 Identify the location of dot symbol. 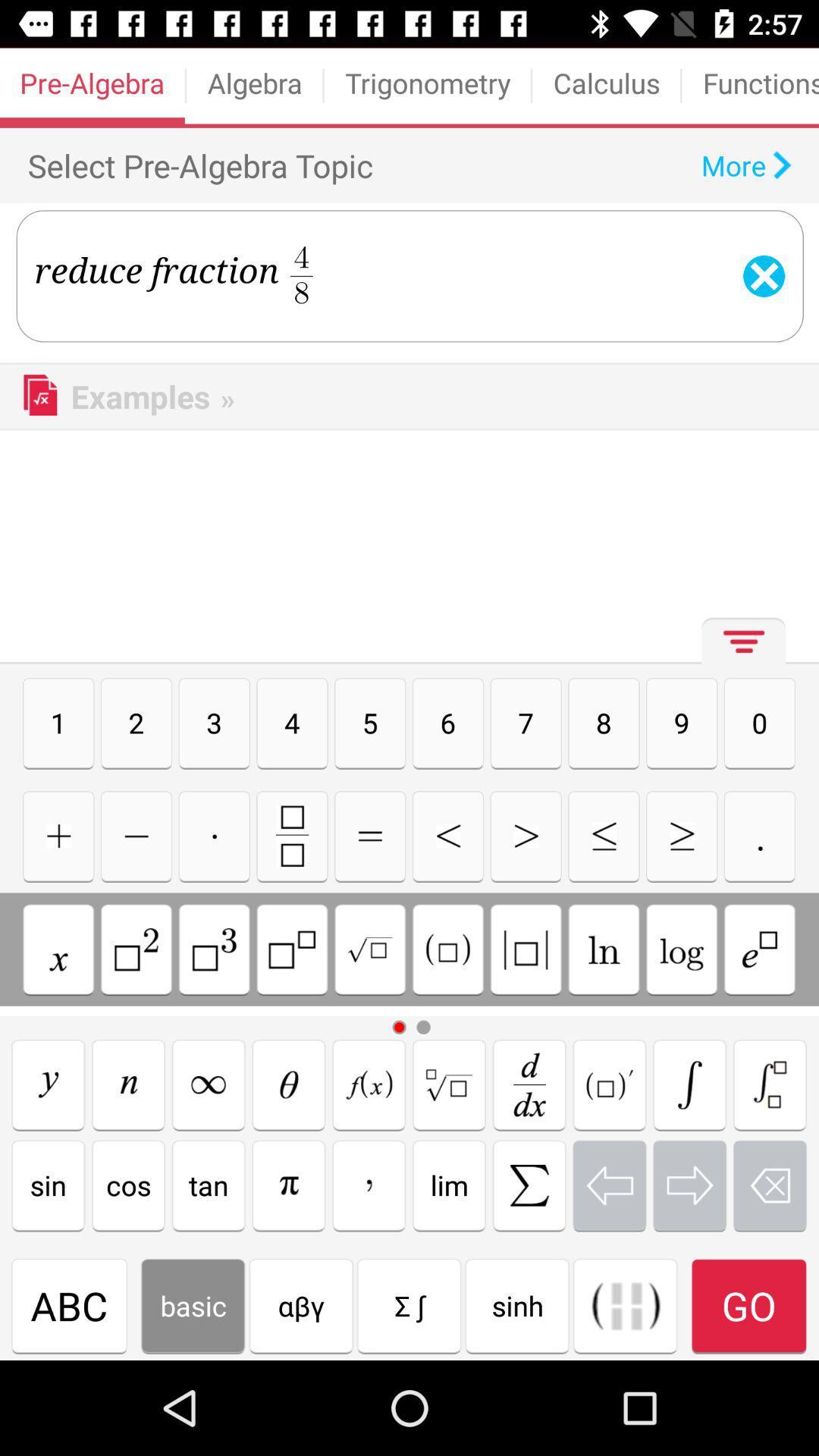
(214, 835).